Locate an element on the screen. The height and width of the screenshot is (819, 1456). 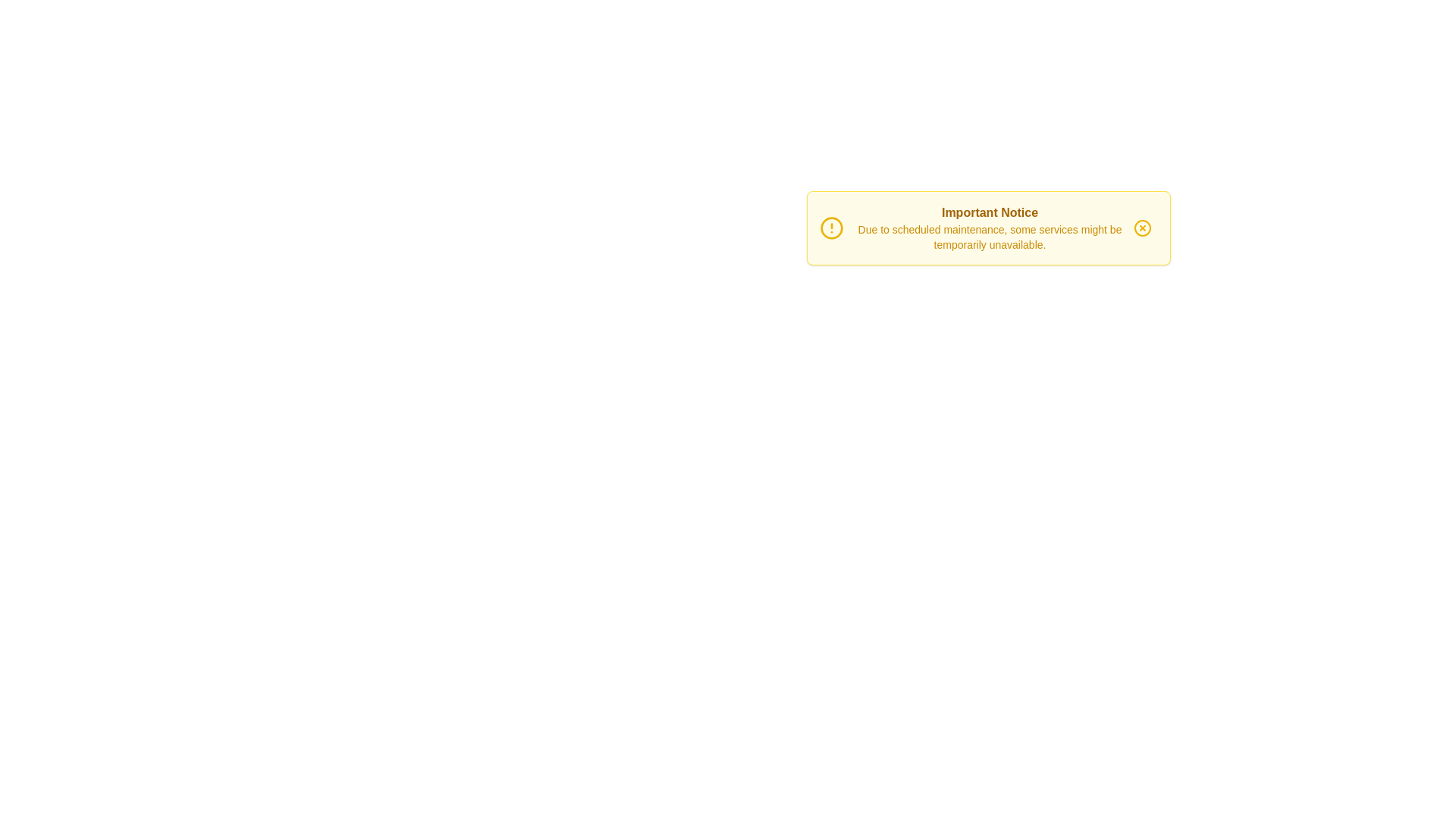
the 'Important Notice' text to select it is located at coordinates (990, 213).